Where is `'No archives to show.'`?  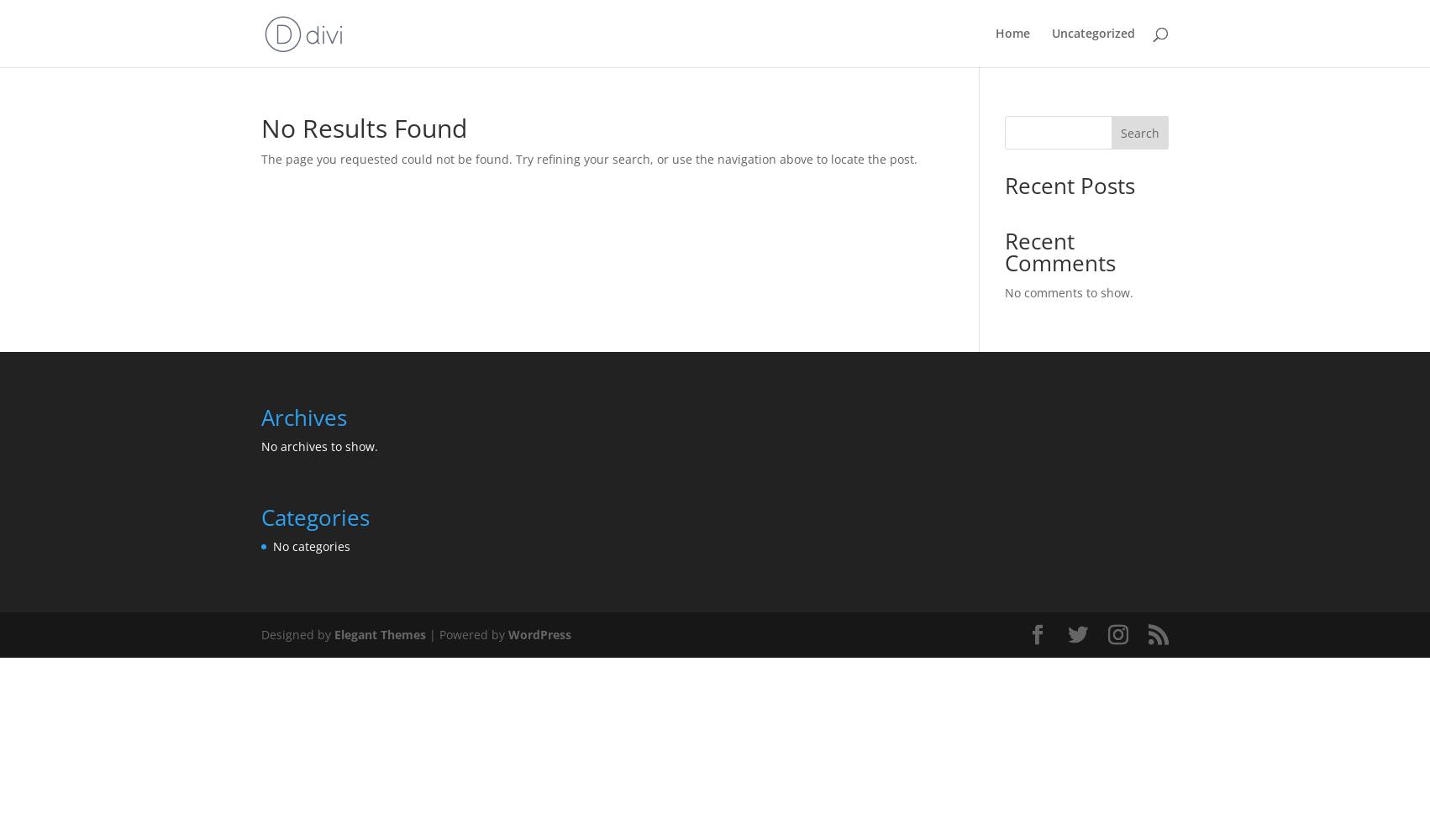 'No archives to show.' is located at coordinates (260, 445).